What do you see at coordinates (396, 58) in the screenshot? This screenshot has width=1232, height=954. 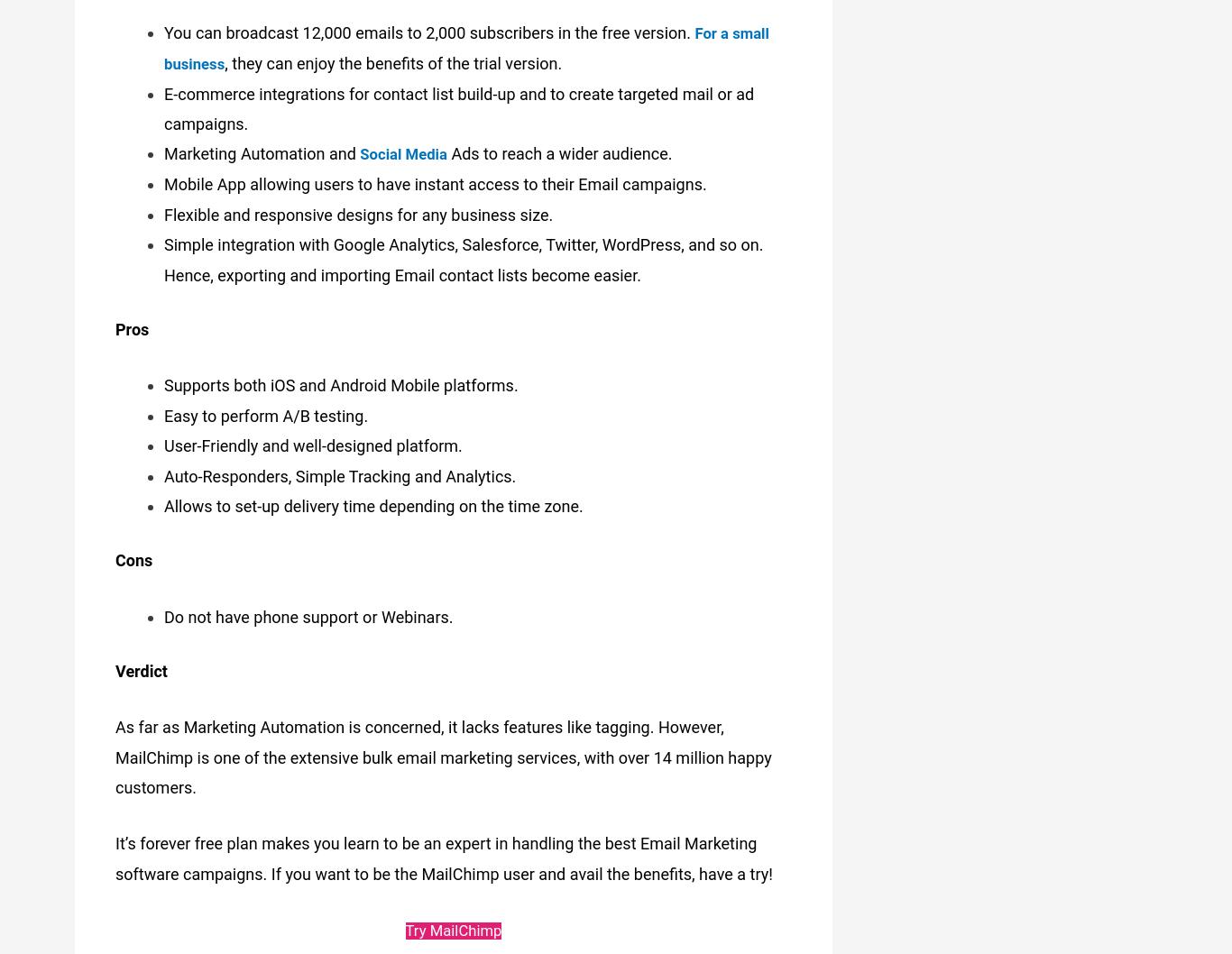 I see `', they can enjoy the benefits of the trial version.'` at bounding box center [396, 58].